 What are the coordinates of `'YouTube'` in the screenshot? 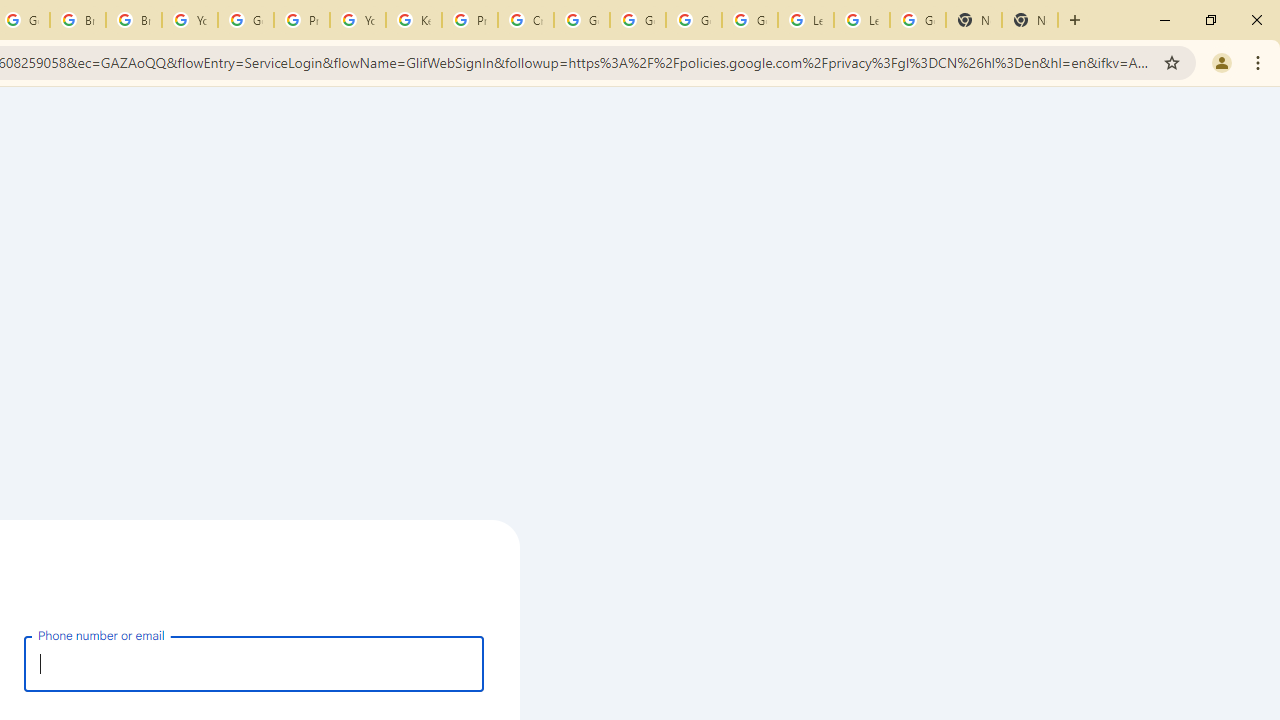 It's located at (358, 20).